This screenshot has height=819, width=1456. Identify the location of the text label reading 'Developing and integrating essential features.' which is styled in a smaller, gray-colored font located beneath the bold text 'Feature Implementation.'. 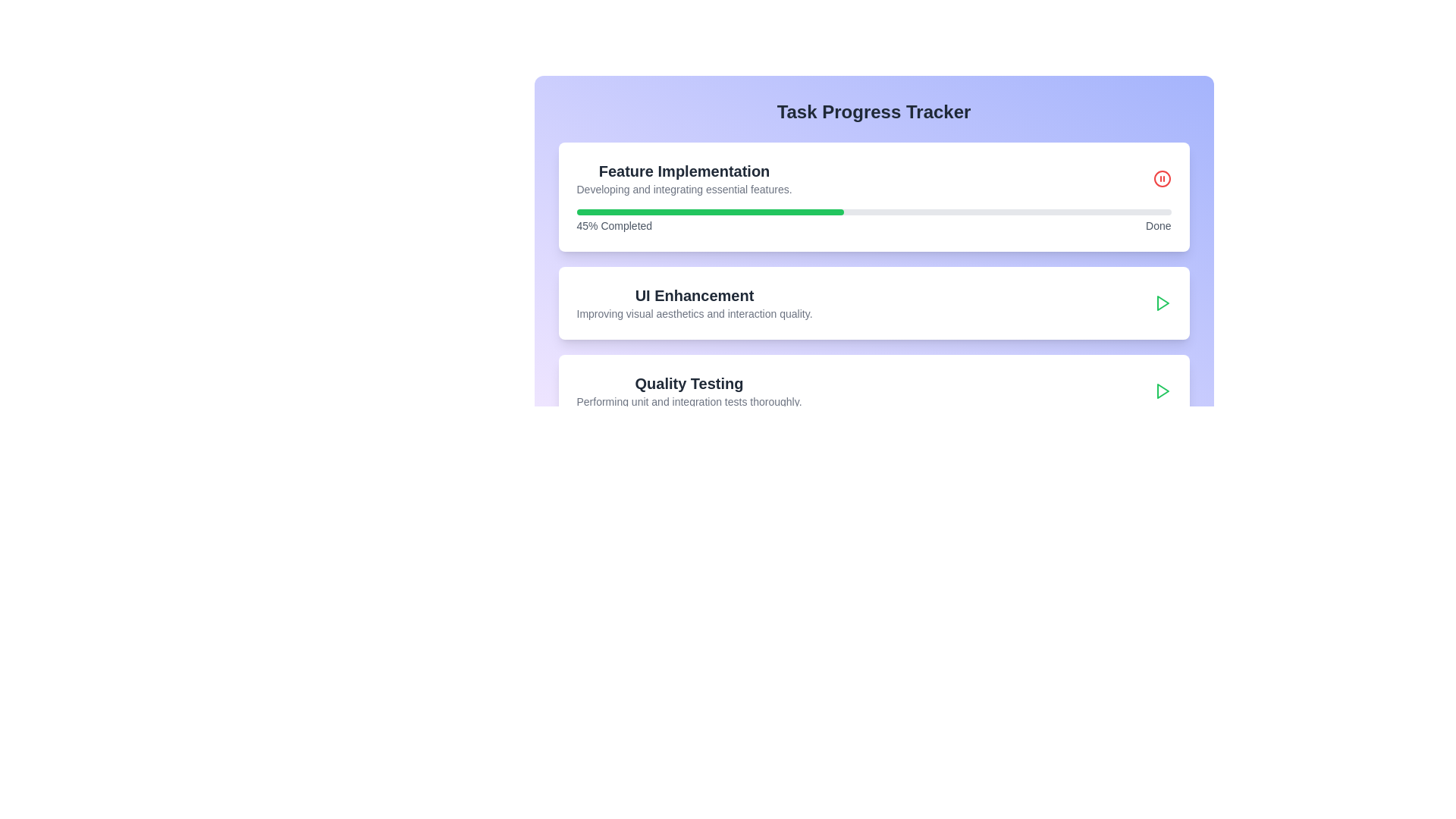
(683, 189).